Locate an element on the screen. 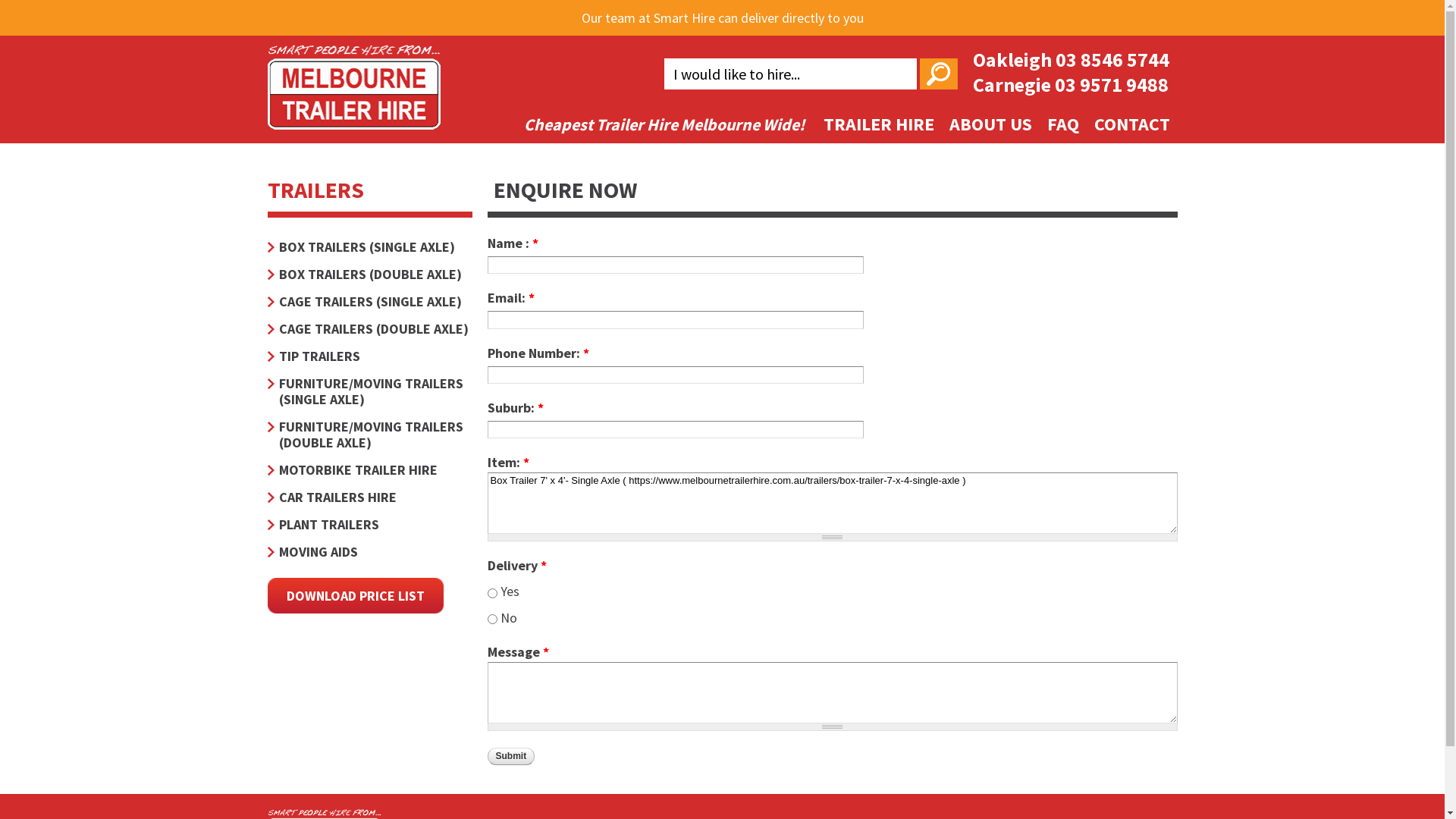 Image resolution: width=1456 pixels, height=819 pixels. 'BOX TRAILERS (DOUBLE AXLE)' is located at coordinates (369, 274).